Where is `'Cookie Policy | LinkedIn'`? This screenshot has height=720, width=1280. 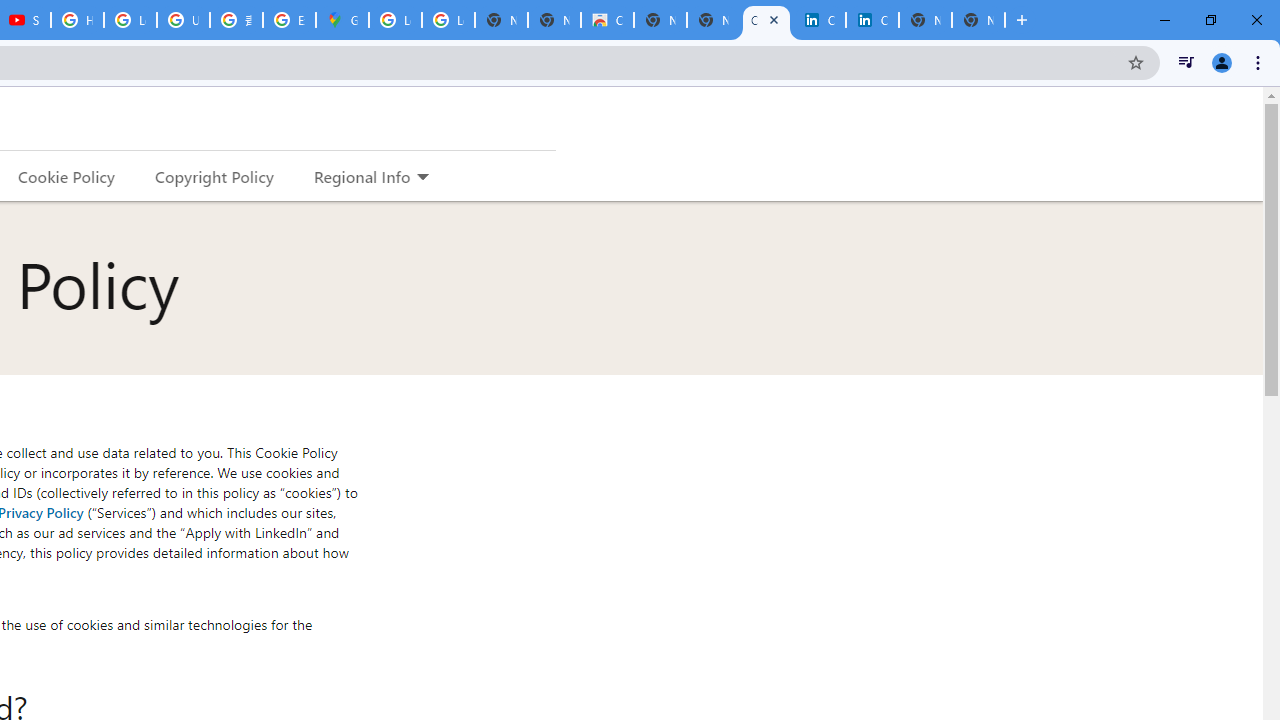
'Cookie Policy | LinkedIn' is located at coordinates (765, 20).